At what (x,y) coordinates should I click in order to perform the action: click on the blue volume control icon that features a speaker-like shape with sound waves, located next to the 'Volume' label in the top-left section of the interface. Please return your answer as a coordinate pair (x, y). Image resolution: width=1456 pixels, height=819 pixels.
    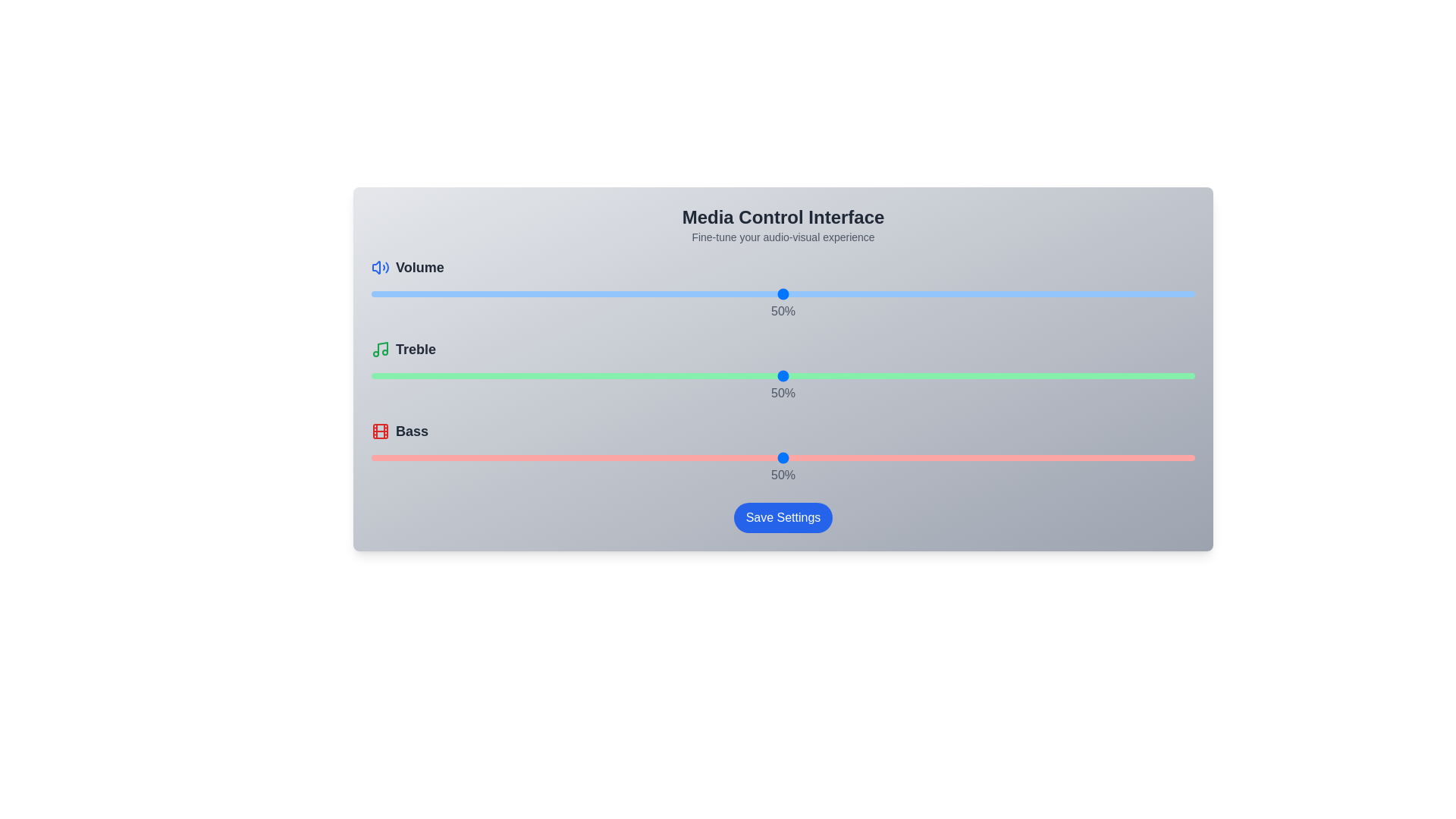
    Looking at the image, I should click on (381, 267).